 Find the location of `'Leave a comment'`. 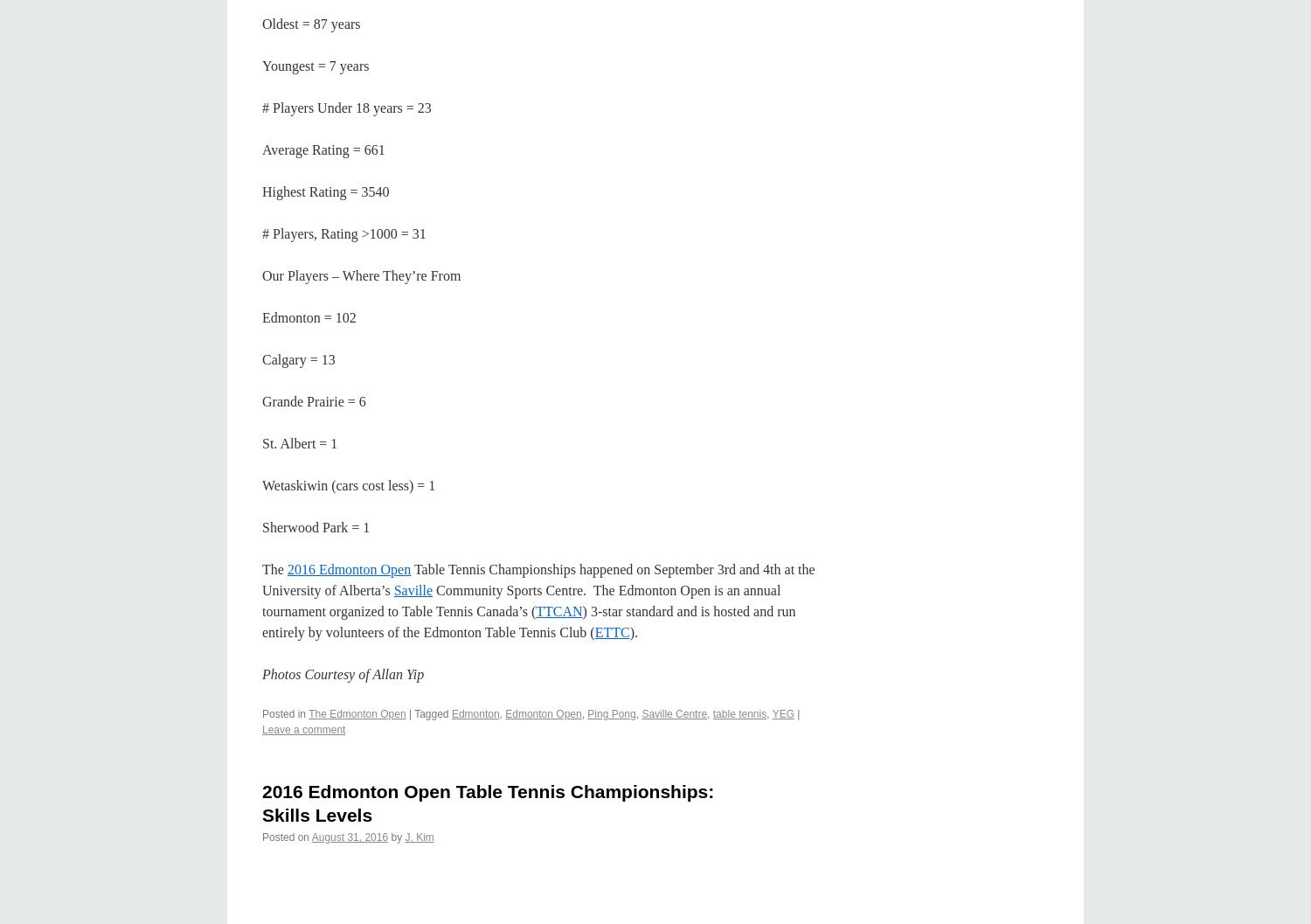

'Leave a comment' is located at coordinates (302, 727).